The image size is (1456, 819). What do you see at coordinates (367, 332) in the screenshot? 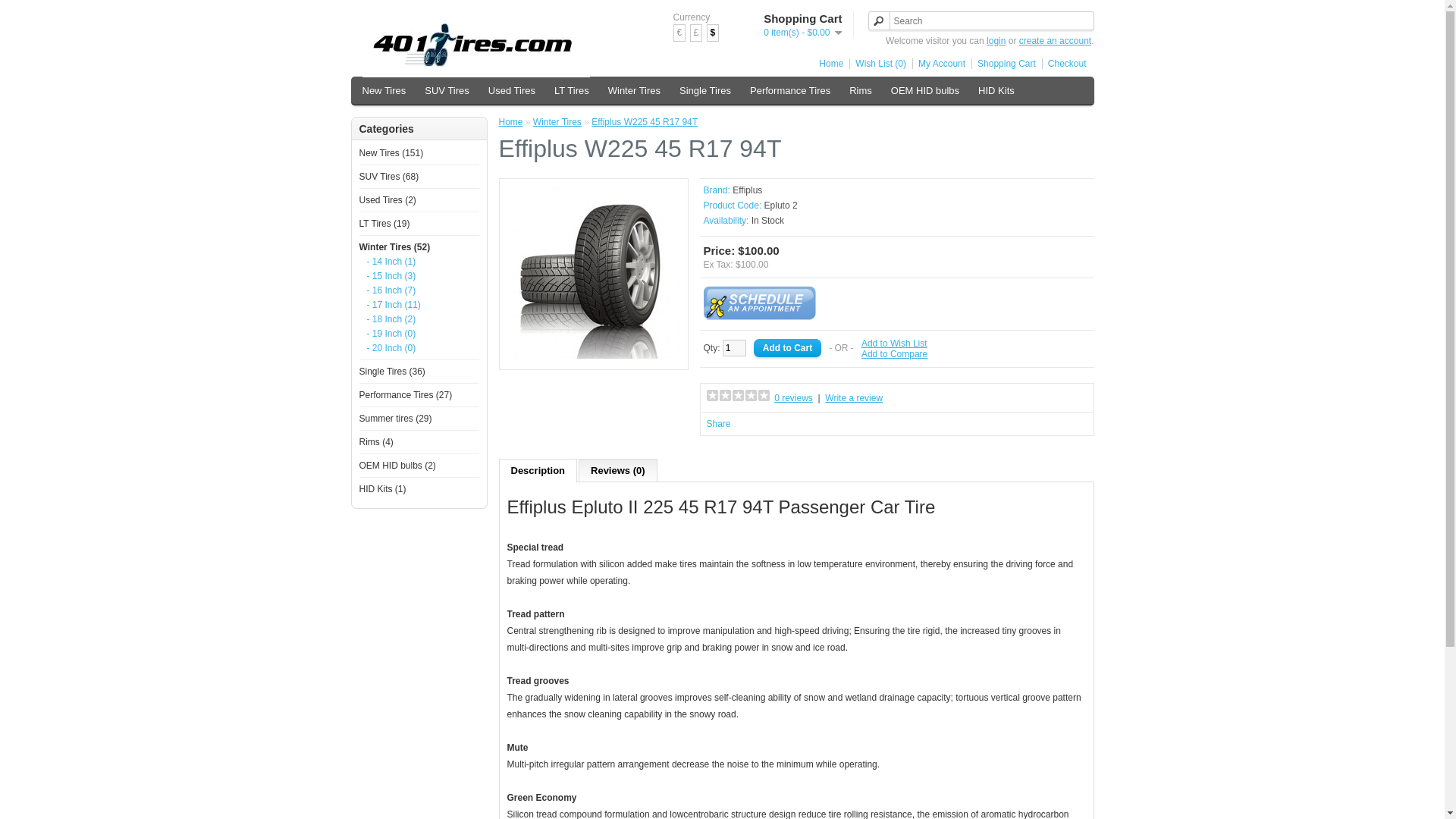
I see `'- 19 Inch (0)'` at bounding box center [367, 332].